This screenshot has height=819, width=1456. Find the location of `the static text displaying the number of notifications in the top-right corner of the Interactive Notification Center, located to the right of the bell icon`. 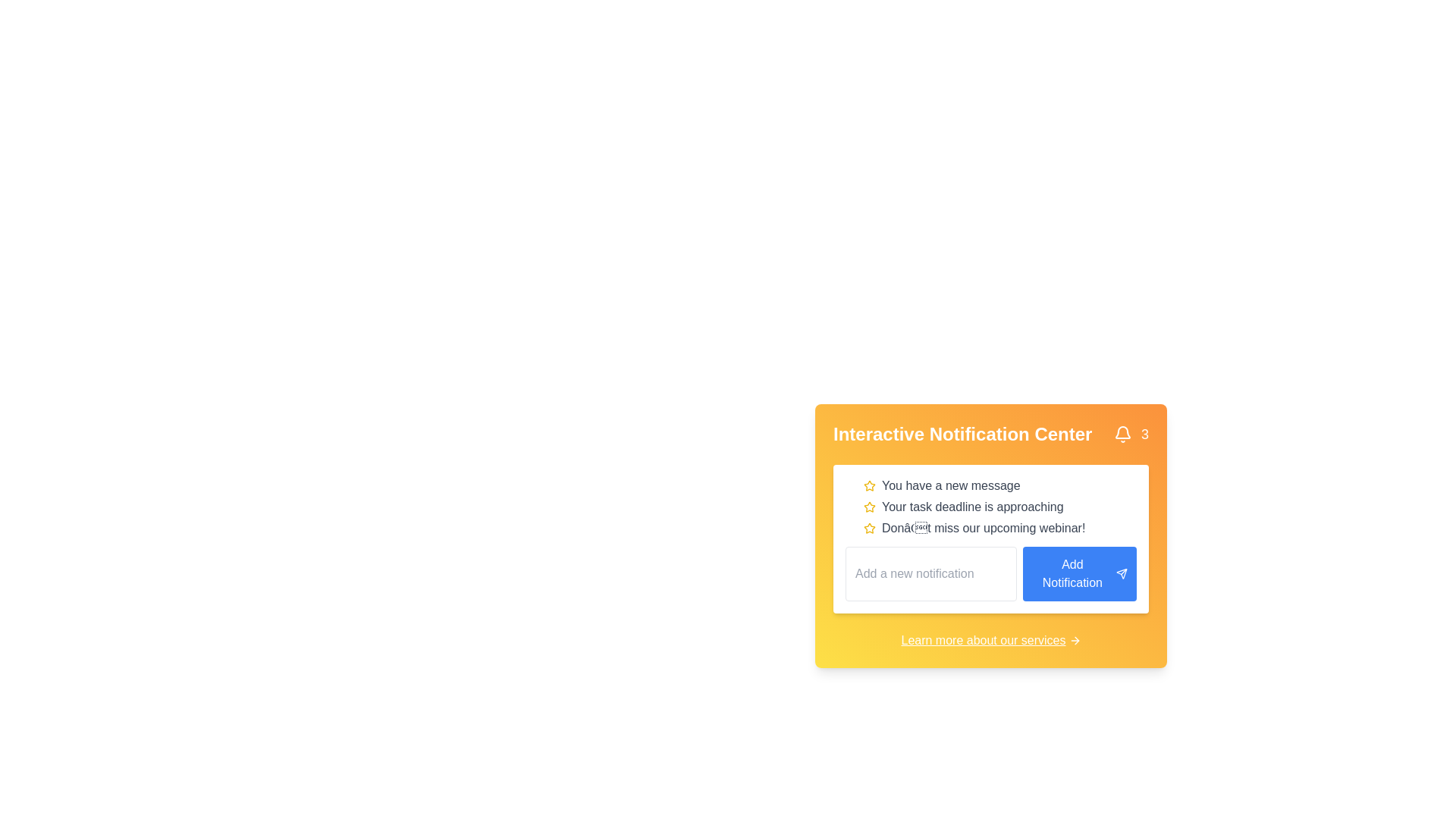

the static text displaying the number of notifications in the top-right corner of the Interactive Notification Center, located to the right of the bell icon is located at coordinates (1131, 435).